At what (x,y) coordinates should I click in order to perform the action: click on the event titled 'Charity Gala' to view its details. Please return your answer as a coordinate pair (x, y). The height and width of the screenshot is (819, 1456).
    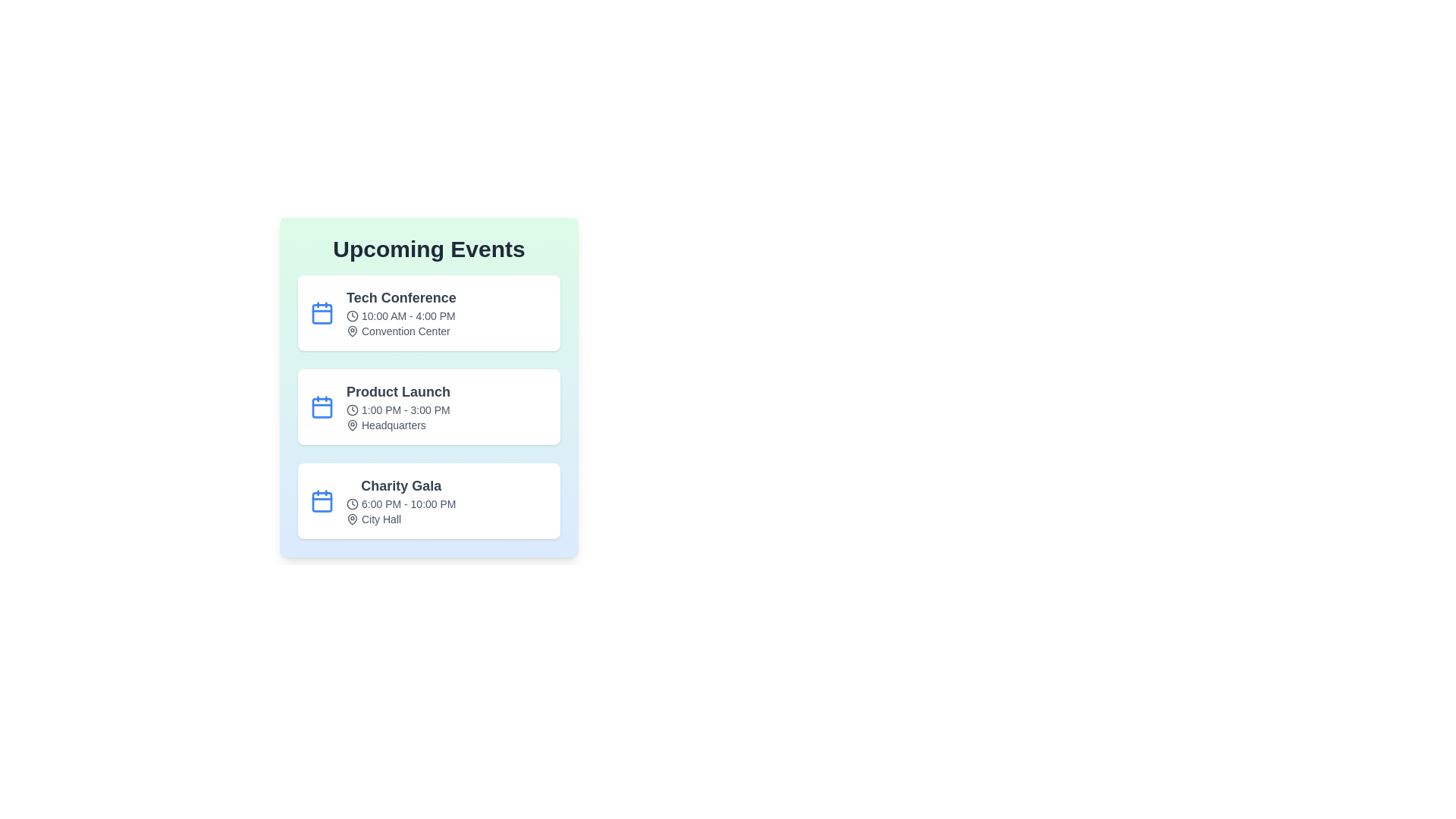
    Looking at the image, I should click on (428, 500).